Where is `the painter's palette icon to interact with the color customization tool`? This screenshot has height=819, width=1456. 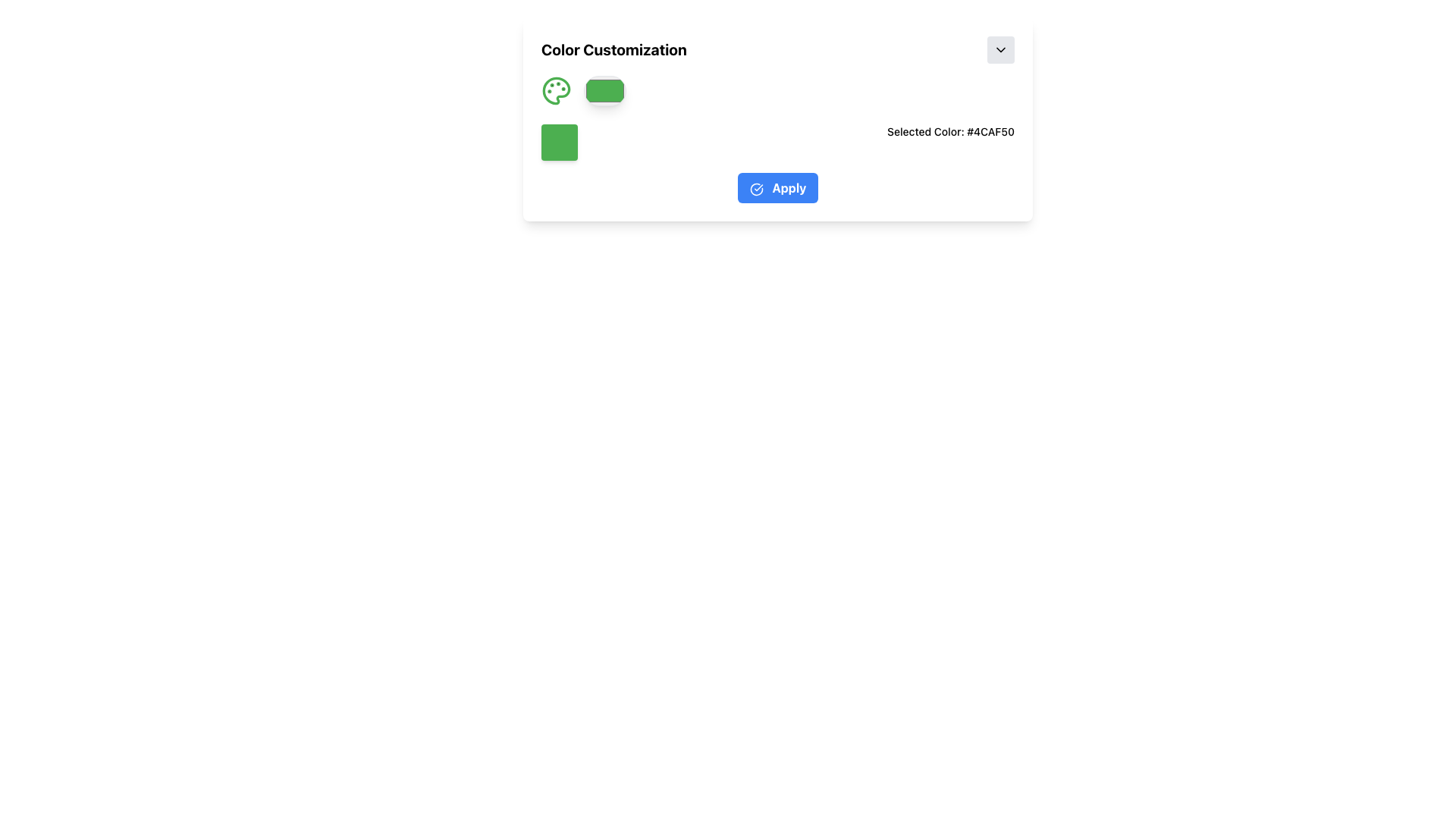 the painter's palette icon to interact with the color customization tool is located at coordinates (556, 90).